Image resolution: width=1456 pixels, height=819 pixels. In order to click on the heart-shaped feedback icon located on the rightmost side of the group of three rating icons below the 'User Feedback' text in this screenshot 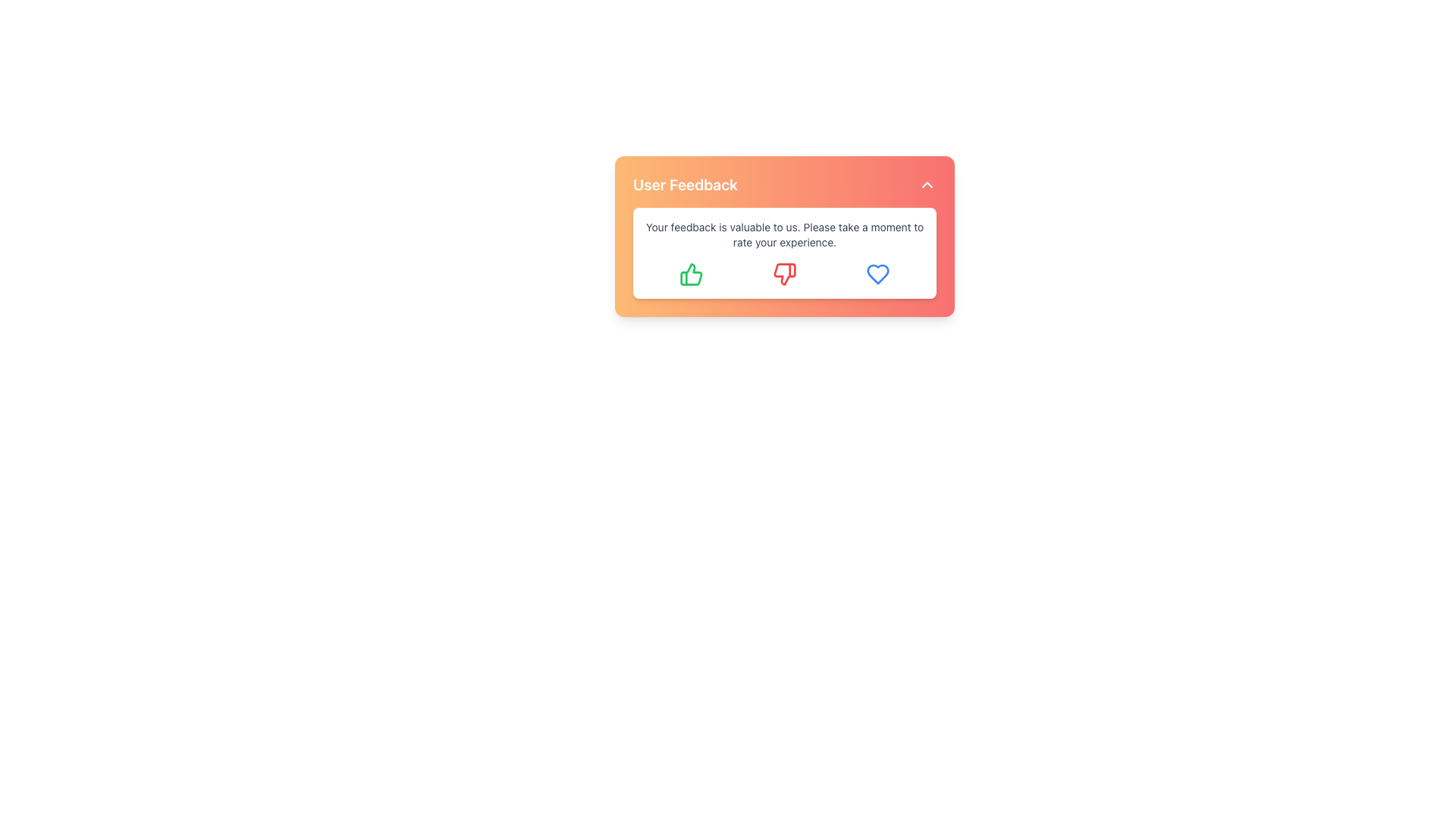, I will do `click(877, 275)`.